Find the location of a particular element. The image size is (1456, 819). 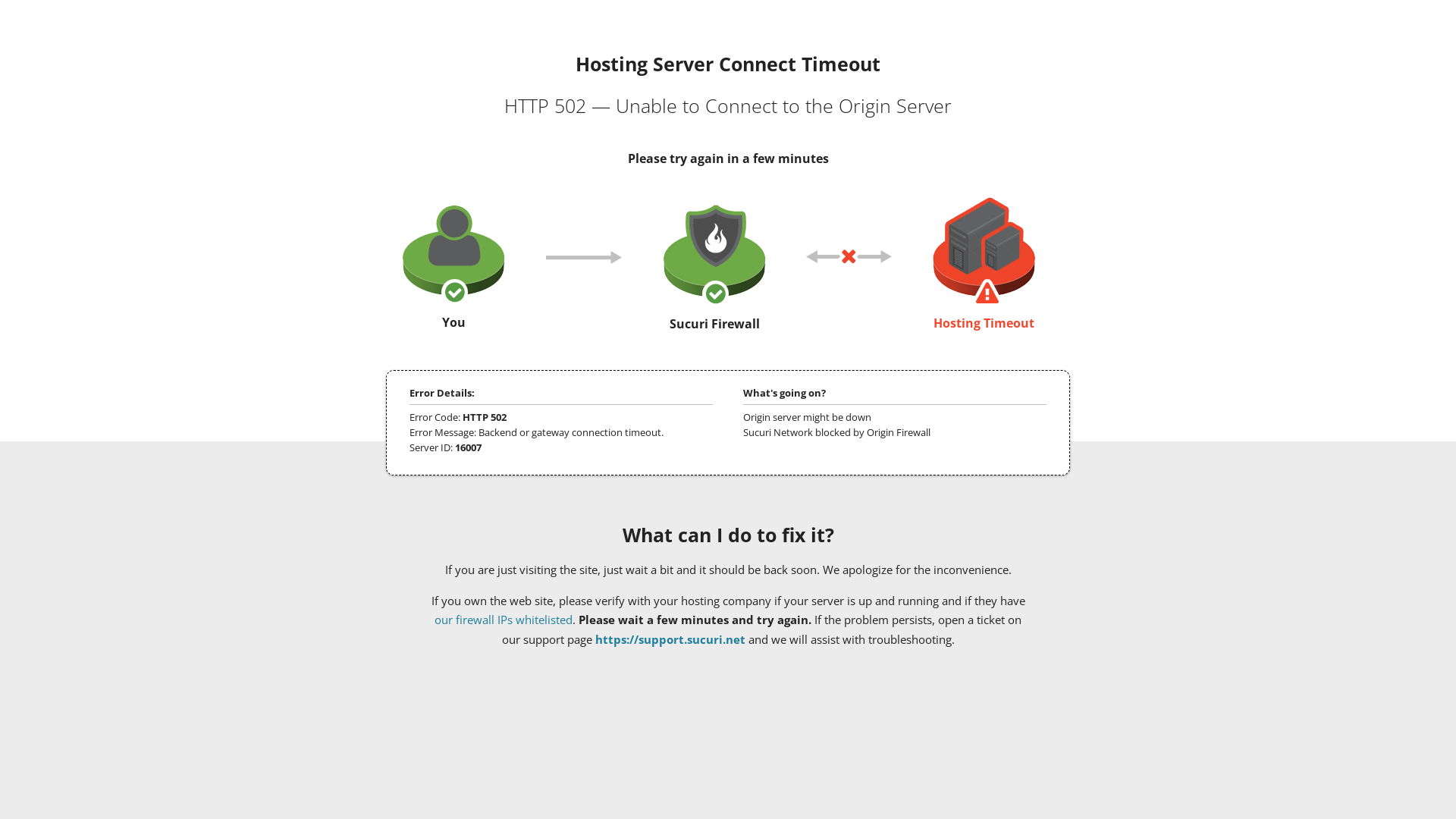

'our firewall IPs whitelisted' is located at coordinates (503, 620).